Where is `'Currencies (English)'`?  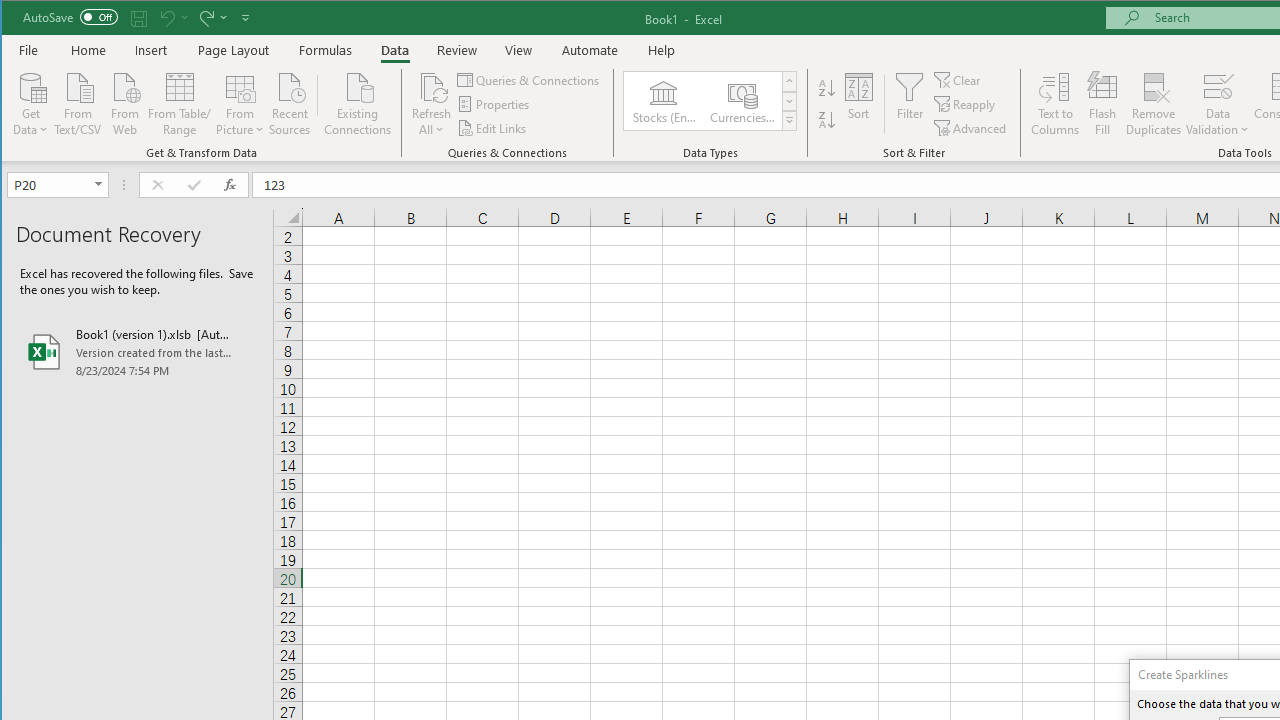
'Currencies (English)' is located at coordinates (740, 100).